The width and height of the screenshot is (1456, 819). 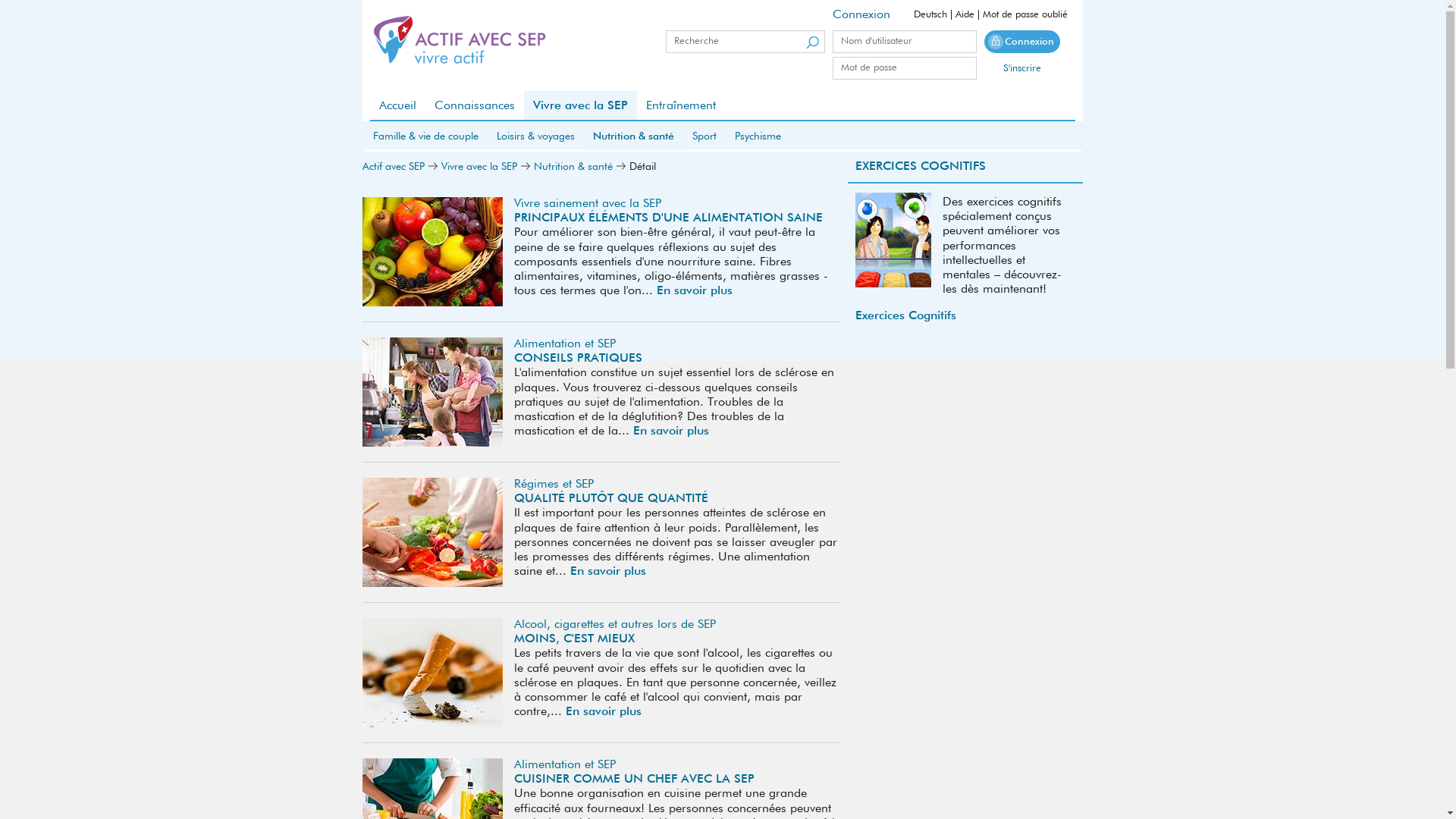 What do you see at coordinates (803, 42) in the screenshot?
I see `'Suchen'` at bounding box center [803, 42].